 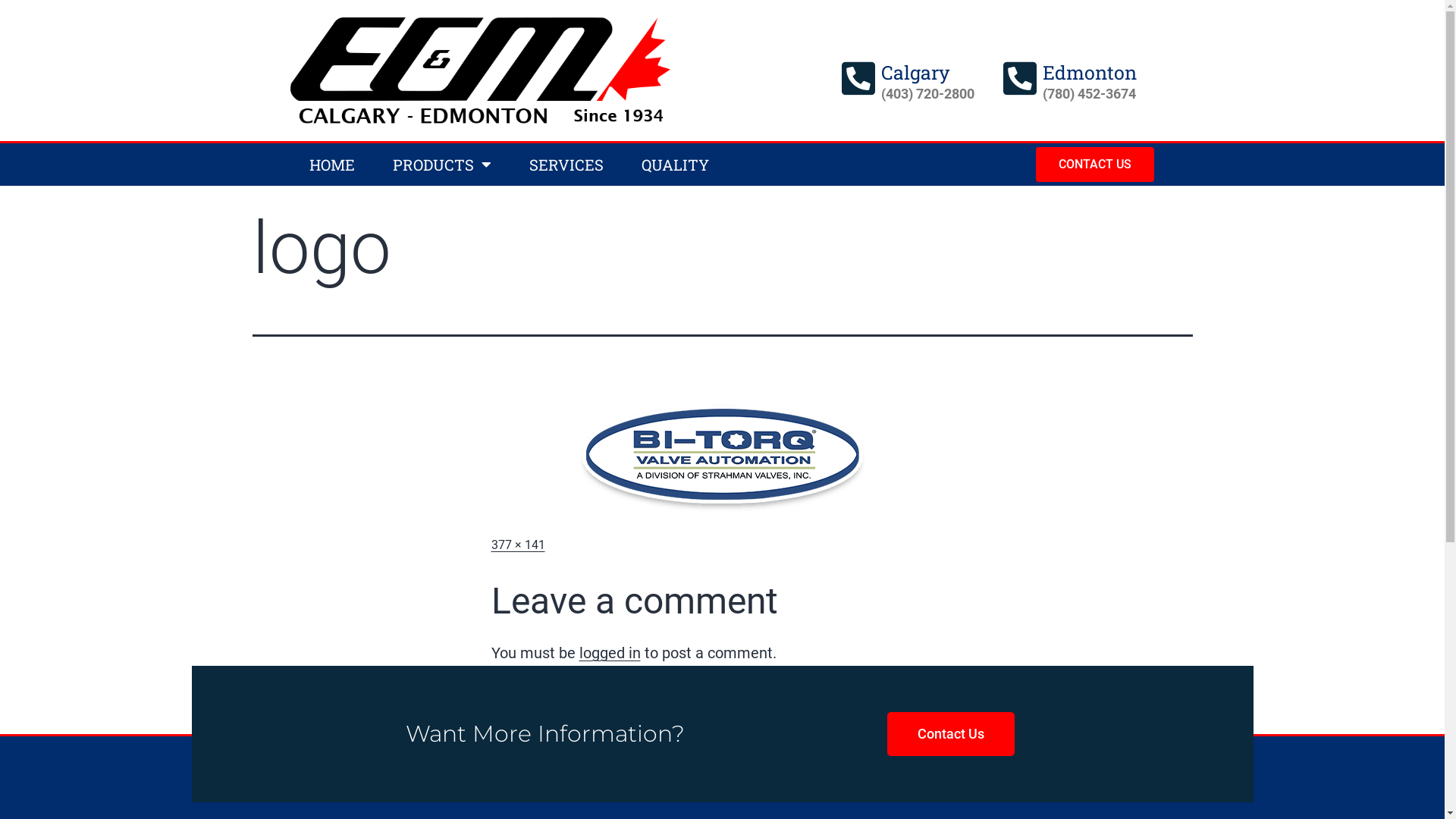 I want to click on 'SERVICES', so click(x=564, y=164).